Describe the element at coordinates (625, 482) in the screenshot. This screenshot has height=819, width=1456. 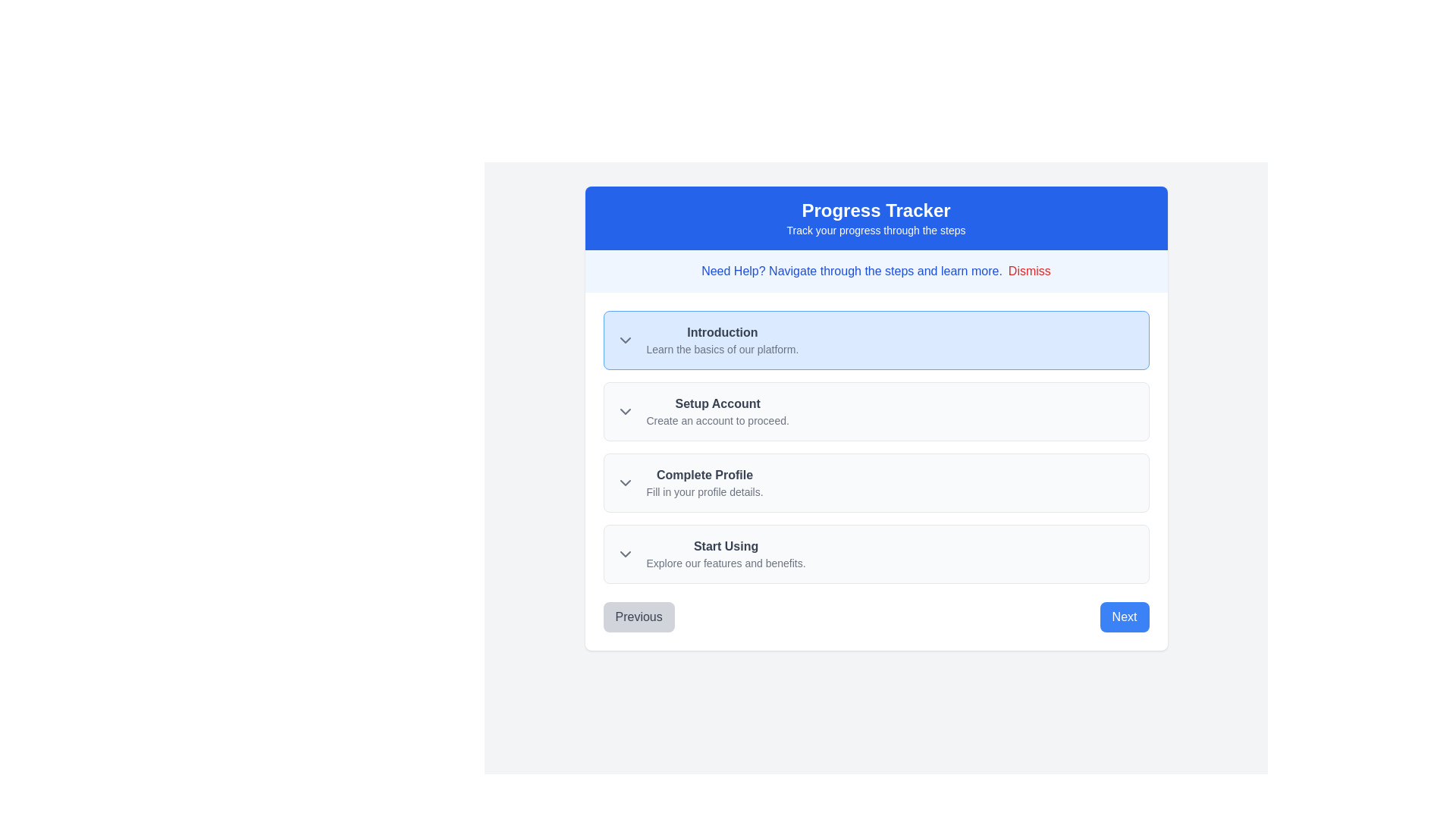
I see `the visual indicator icon located in the 'Complete Profile' section, which indicates an expandable or collapsible section` at that location.